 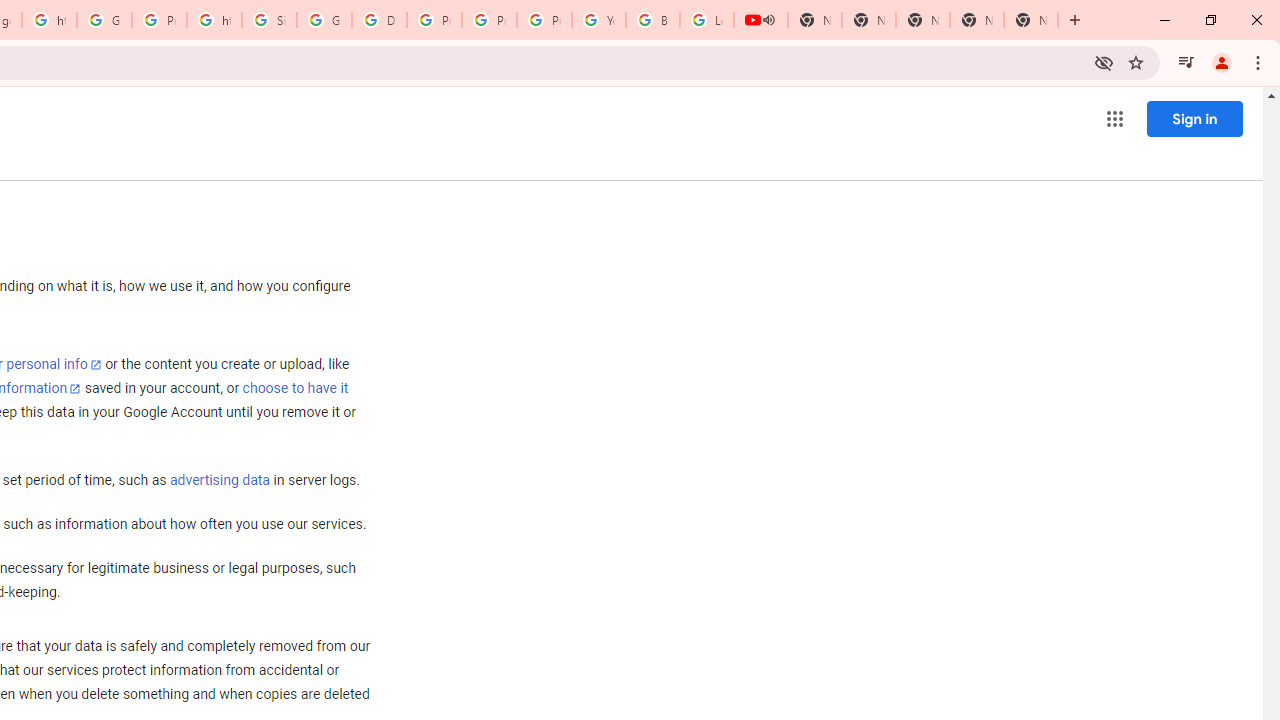 I want to click on 'Mute tab', so click(x=768, y=20).